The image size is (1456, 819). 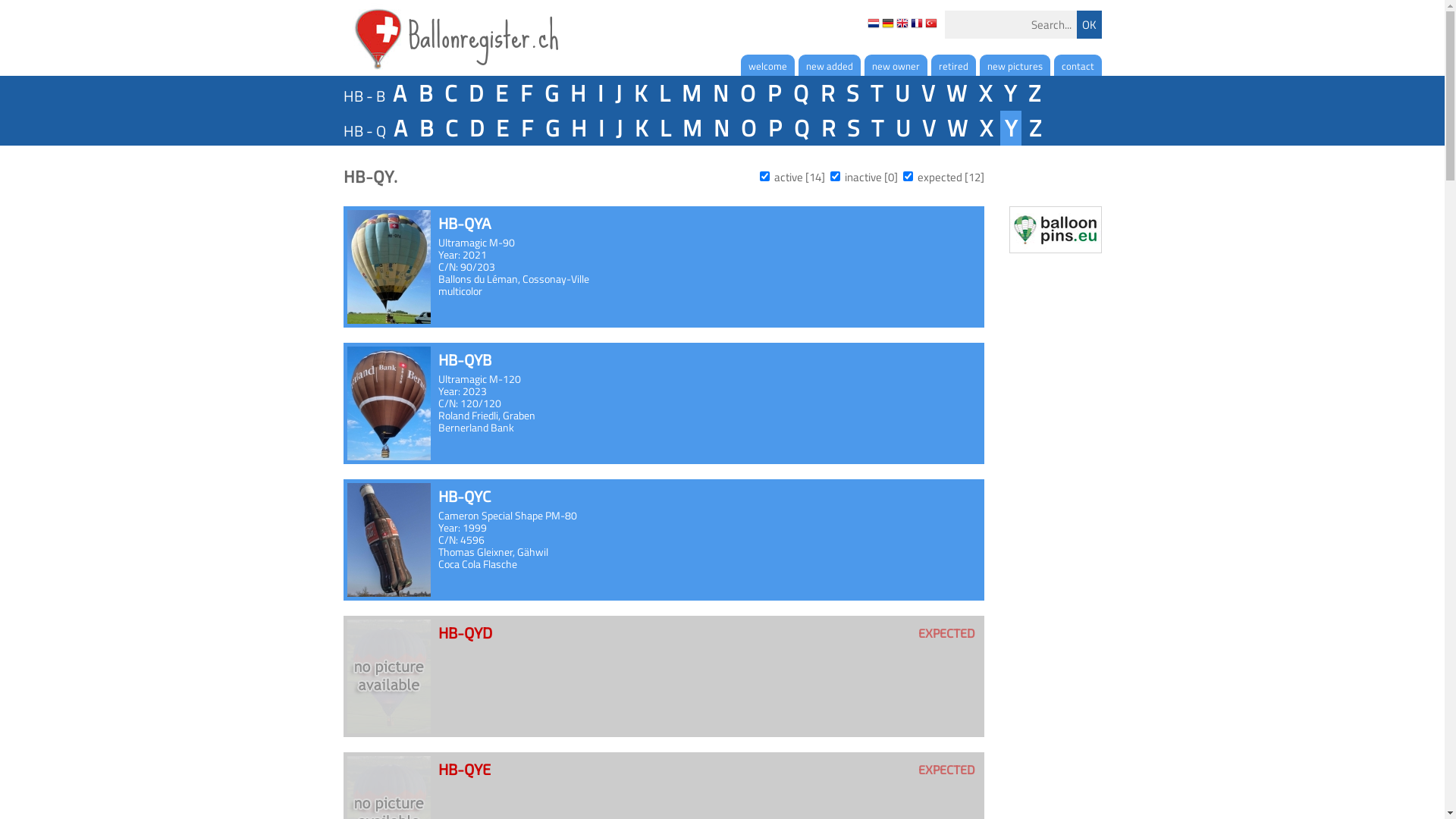 I want to click on 'E', so click(x=502, y=127).